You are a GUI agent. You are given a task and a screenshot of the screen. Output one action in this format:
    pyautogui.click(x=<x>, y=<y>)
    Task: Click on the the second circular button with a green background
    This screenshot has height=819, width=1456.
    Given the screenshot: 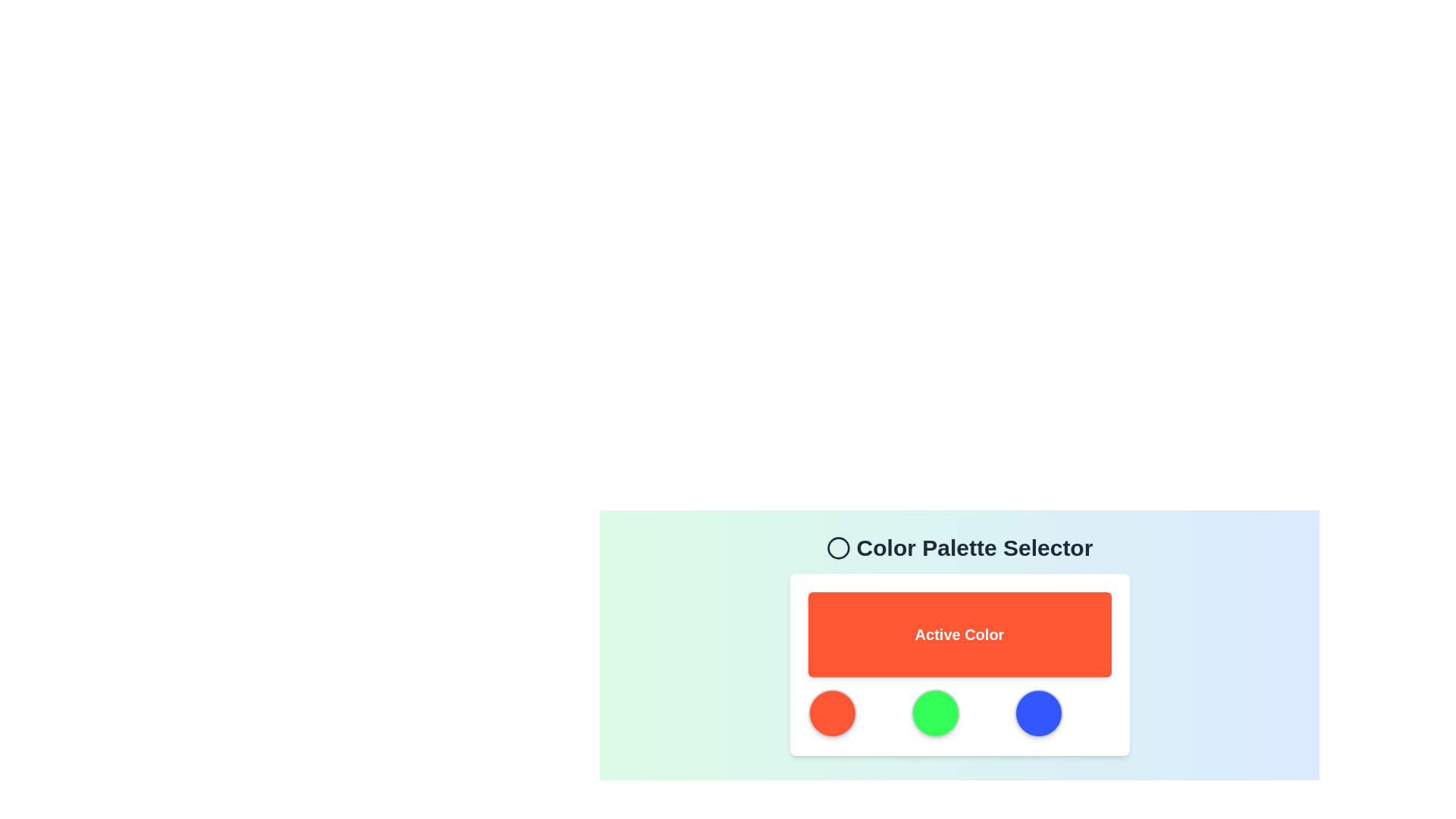 What is the action you would take?
    pyautogui.click(x=934, y=714)
    